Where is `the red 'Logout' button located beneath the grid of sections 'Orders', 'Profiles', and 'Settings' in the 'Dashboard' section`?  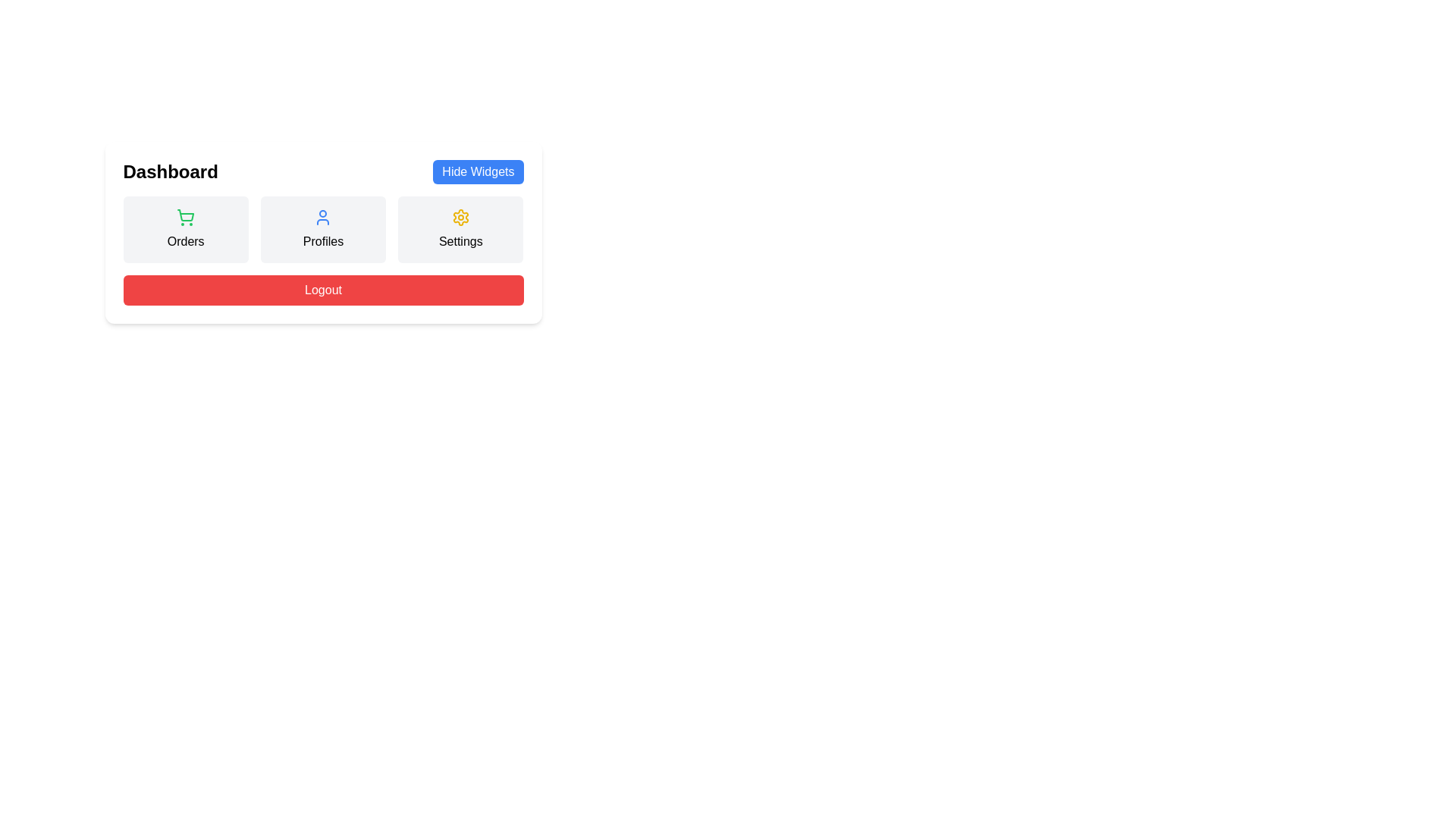
the red 'Logout' button located beneath the grid of sections 'Orders', 'Profiles', and 'Settings' in the 'Dashboard' section is located at coordinates (322, 300).